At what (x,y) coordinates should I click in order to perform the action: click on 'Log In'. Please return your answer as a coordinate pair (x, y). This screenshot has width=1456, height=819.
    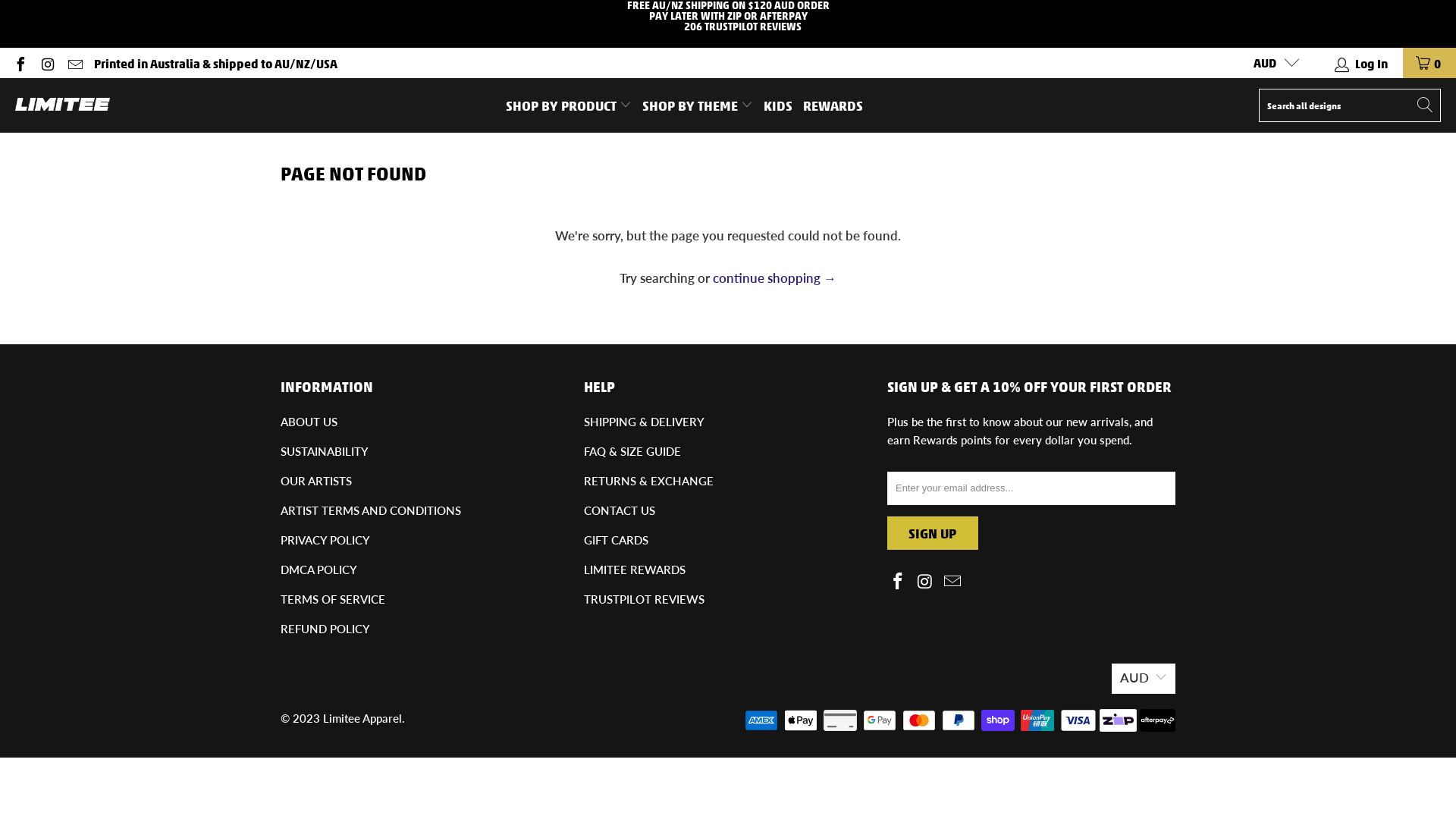
    Looking at the image, I should click on (1361, 62).